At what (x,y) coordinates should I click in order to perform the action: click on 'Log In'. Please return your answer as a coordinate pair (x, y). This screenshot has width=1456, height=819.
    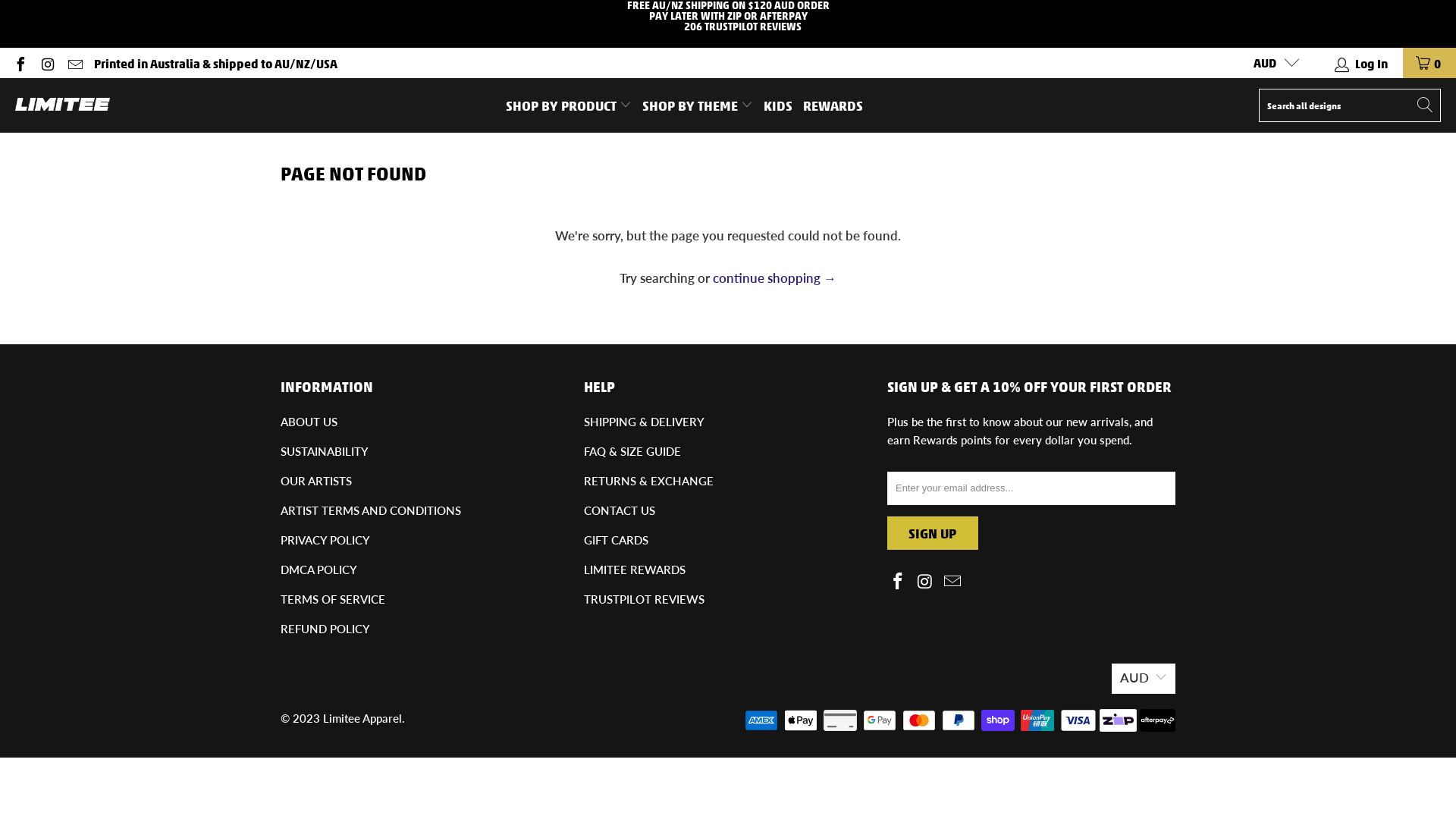
    Looking at the image, I should click on (1361, 62).